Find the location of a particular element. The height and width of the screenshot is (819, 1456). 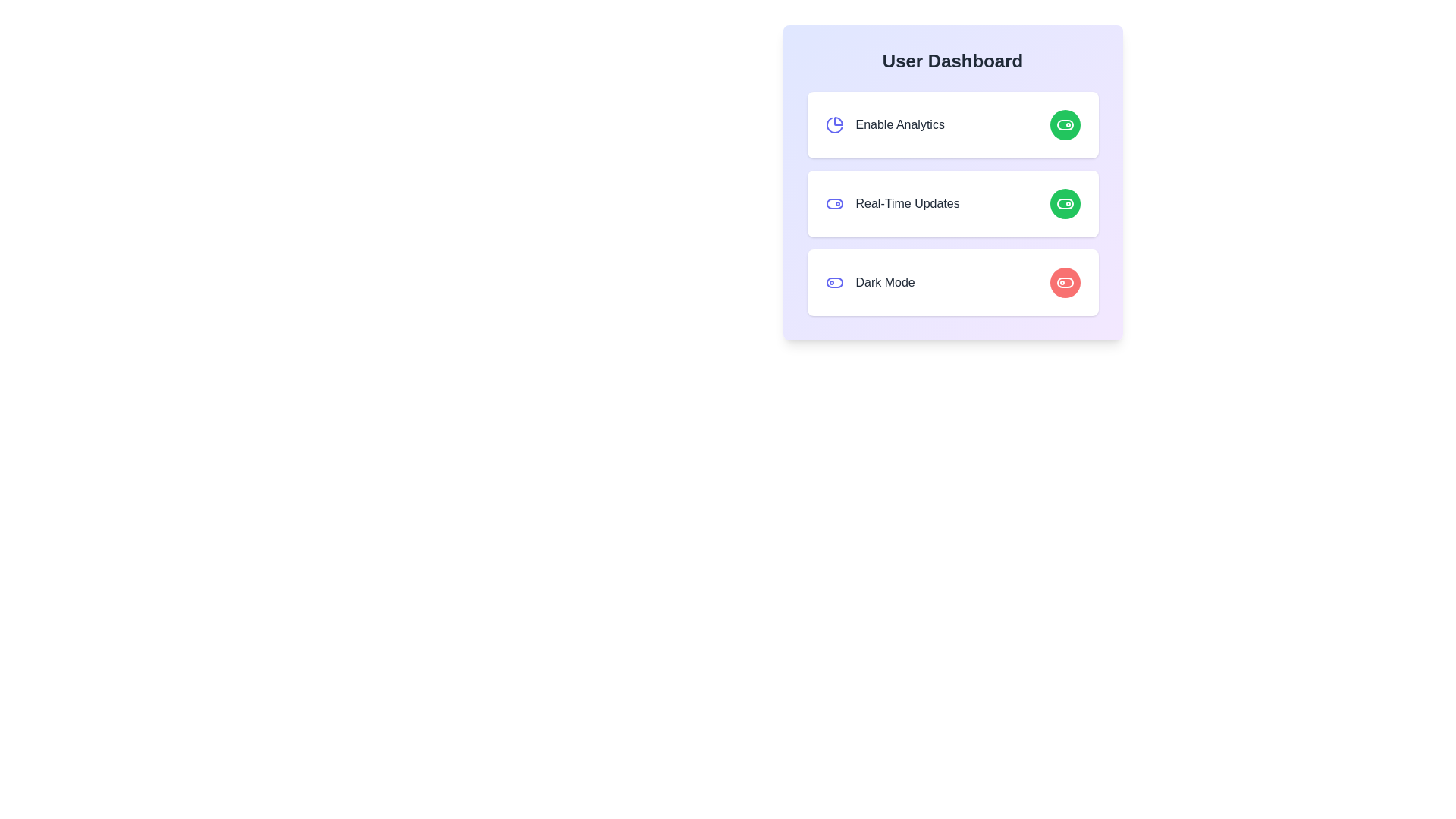

the toggle switch for accessibility navigation is located at coordinates (833, 283).